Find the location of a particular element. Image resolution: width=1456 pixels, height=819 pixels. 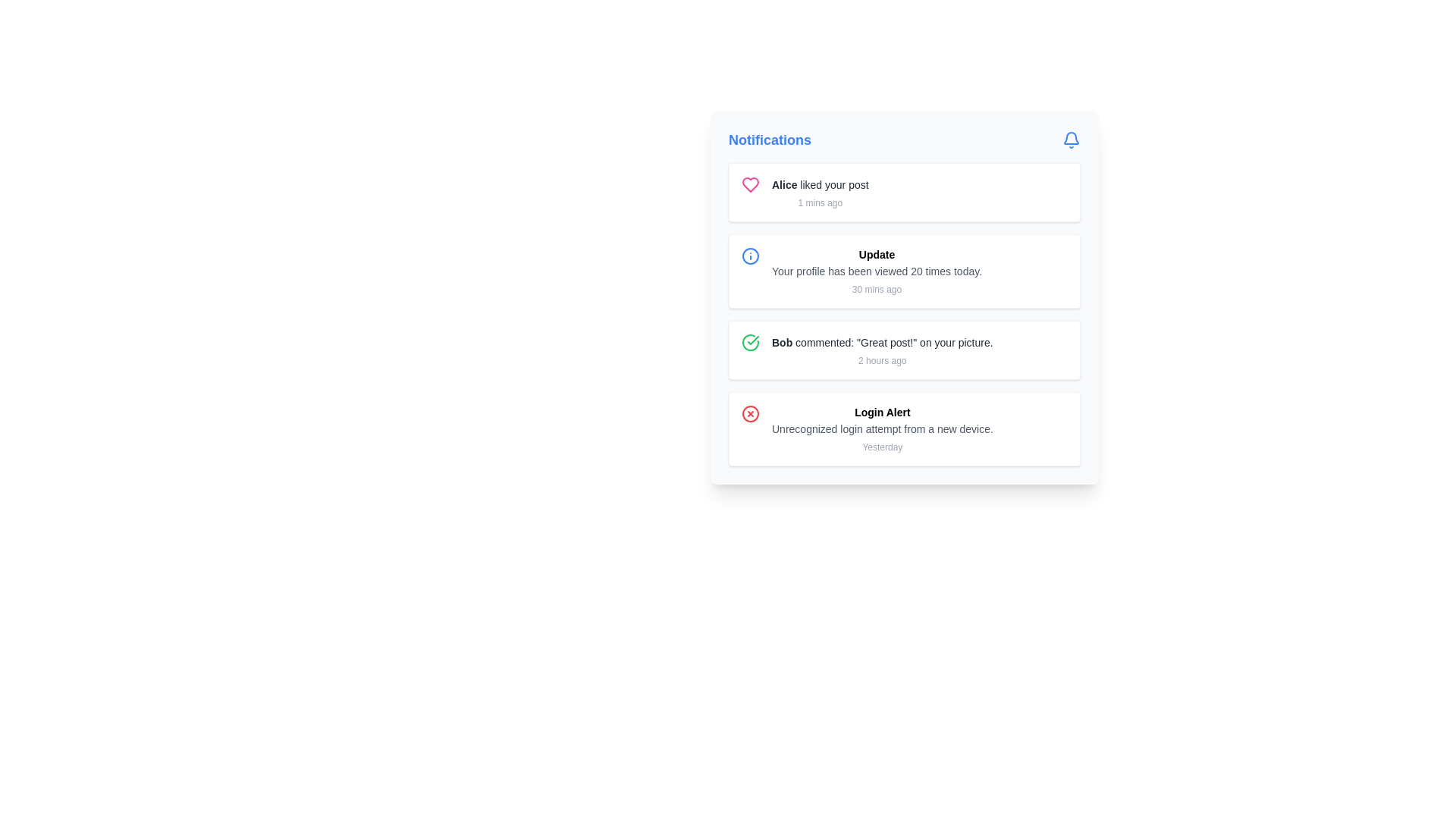

the text that provides detailed information about the login alert, stating 'Unrecognized login attempt from a new device.' is located at coordinates (882, 429).